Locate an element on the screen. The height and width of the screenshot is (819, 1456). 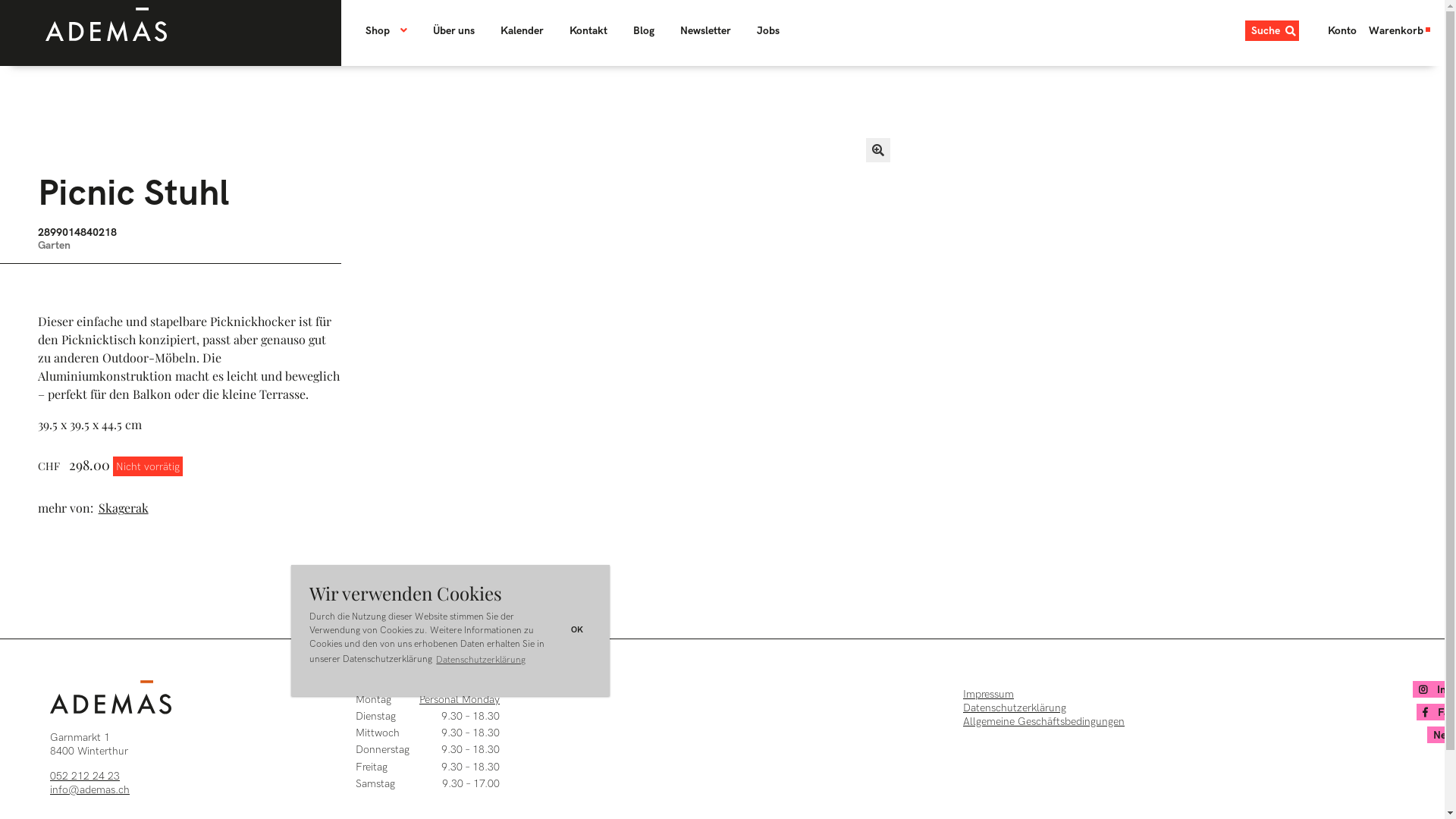
'OK' is located at coordinates (563, 630).